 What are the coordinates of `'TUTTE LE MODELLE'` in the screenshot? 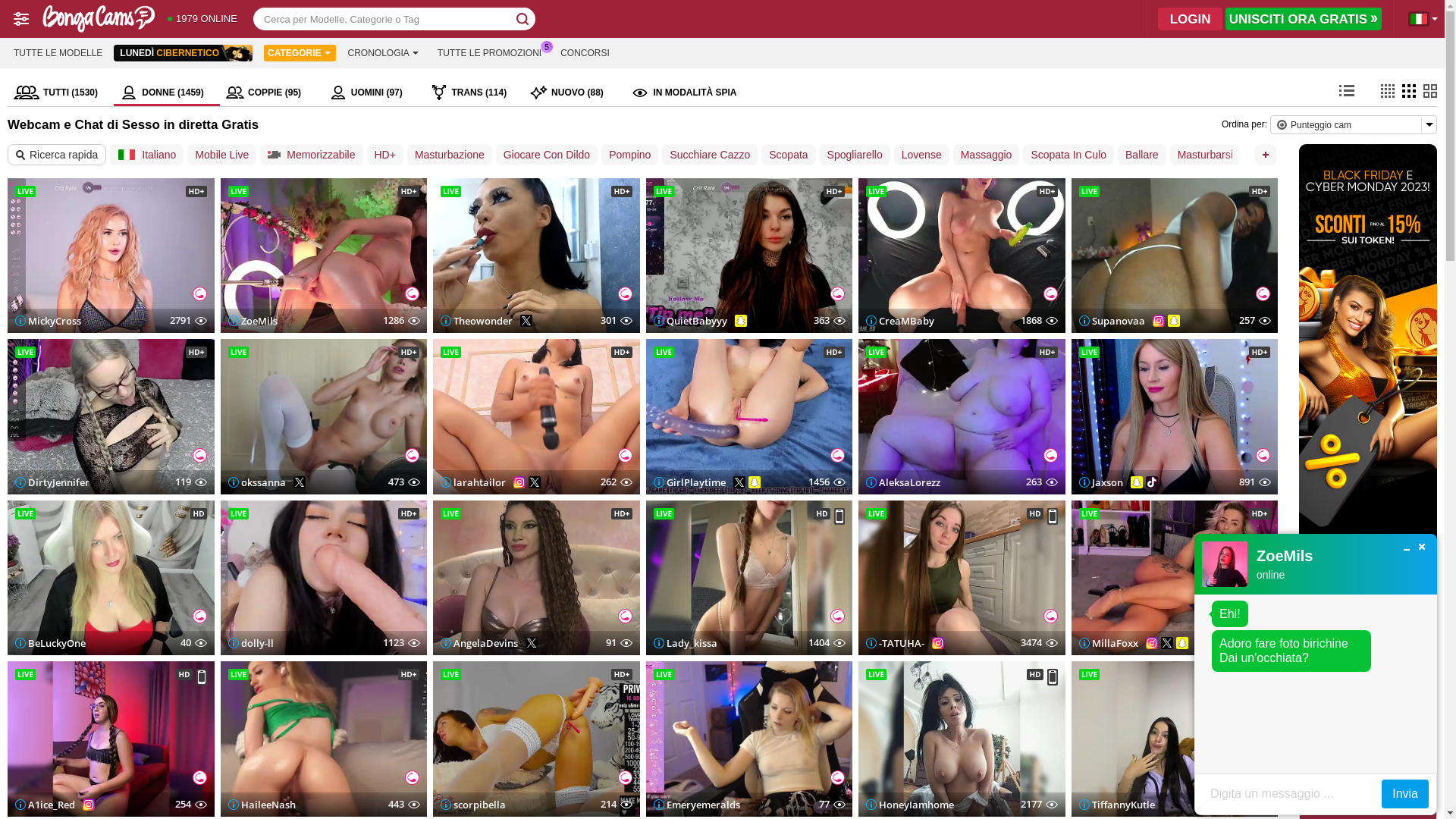 It's located at (6, 52).